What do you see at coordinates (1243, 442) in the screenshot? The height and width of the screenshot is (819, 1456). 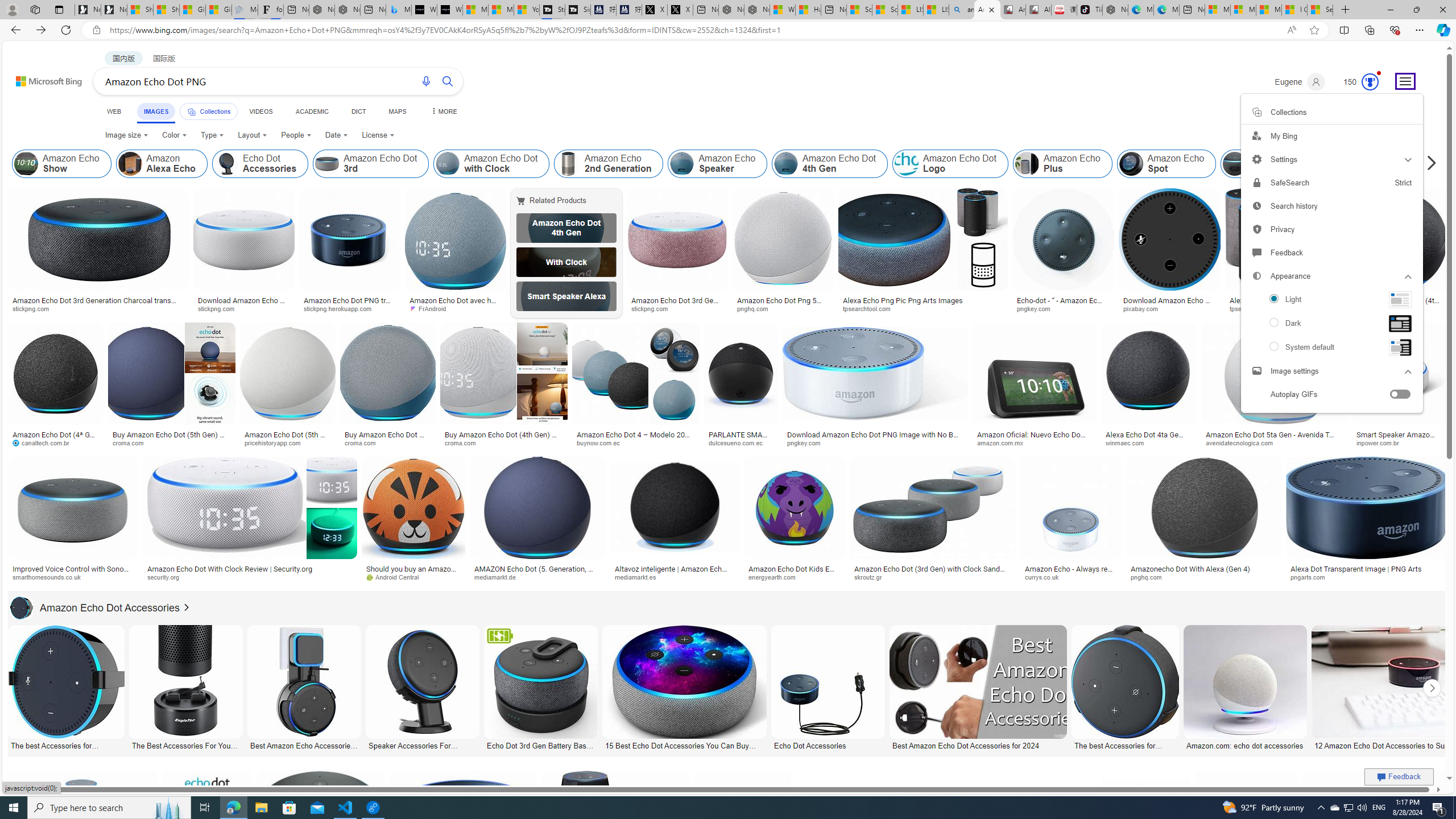 I see `'avenidatecnologica.com'` at bounding box center [1243, 442].